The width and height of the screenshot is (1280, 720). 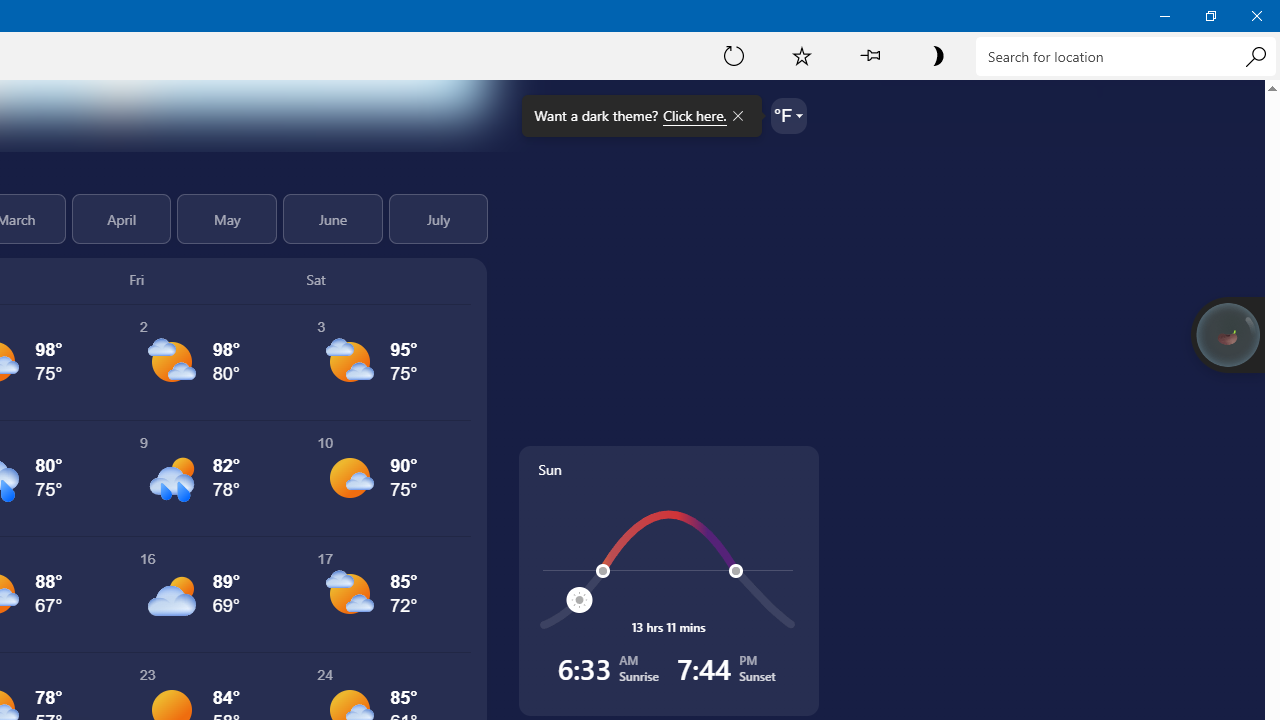 I want to click on 'Minimize Weather', so click(x=1164, y=15).